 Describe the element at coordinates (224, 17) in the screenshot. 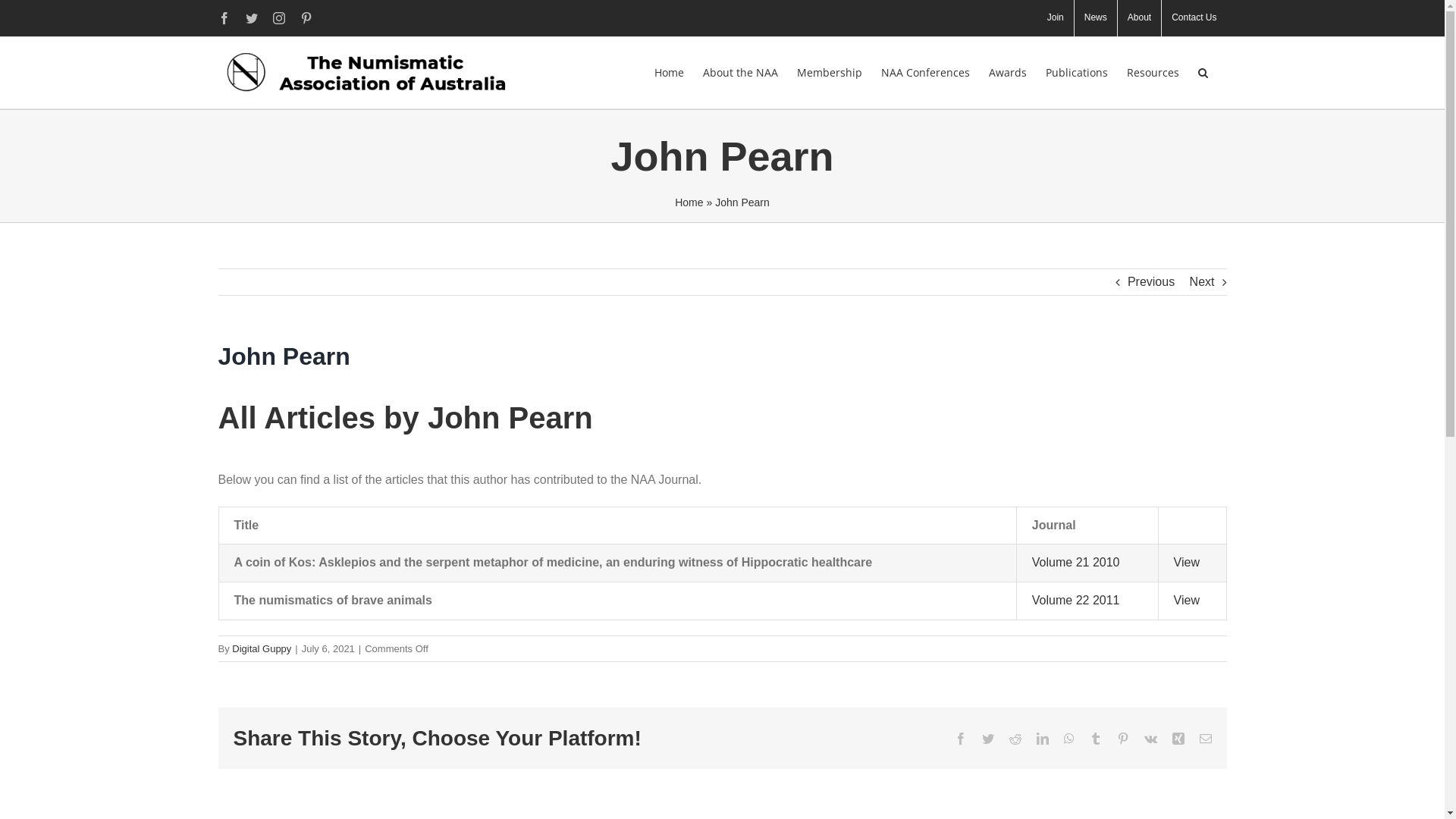

I see `'Facebook'` at that location.